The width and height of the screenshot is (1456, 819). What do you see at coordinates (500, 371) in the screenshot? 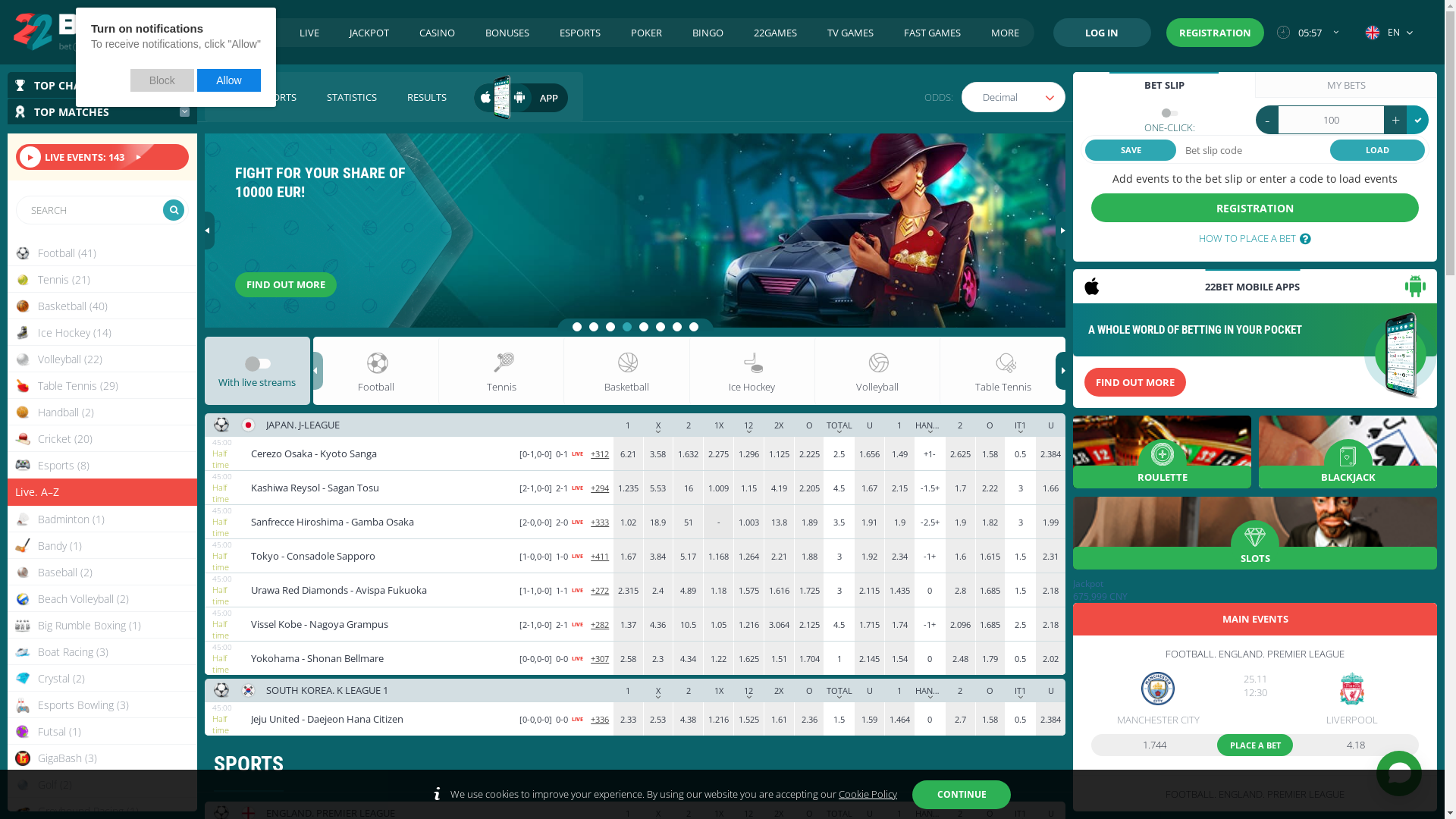
I see `'Tennis'` at bounding box center [500, 371].